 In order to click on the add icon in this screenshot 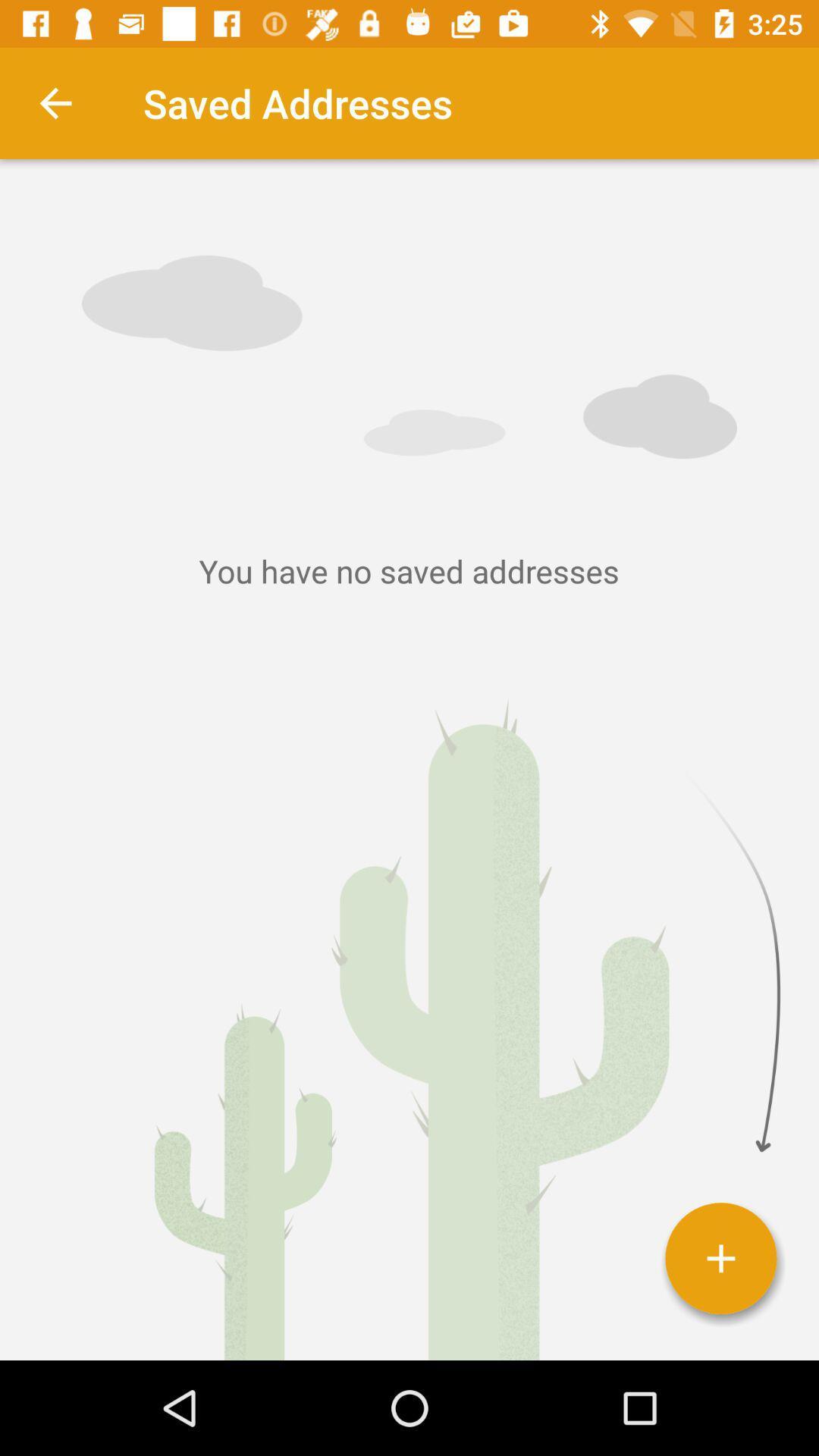, I will do `click(720, 1258)`.